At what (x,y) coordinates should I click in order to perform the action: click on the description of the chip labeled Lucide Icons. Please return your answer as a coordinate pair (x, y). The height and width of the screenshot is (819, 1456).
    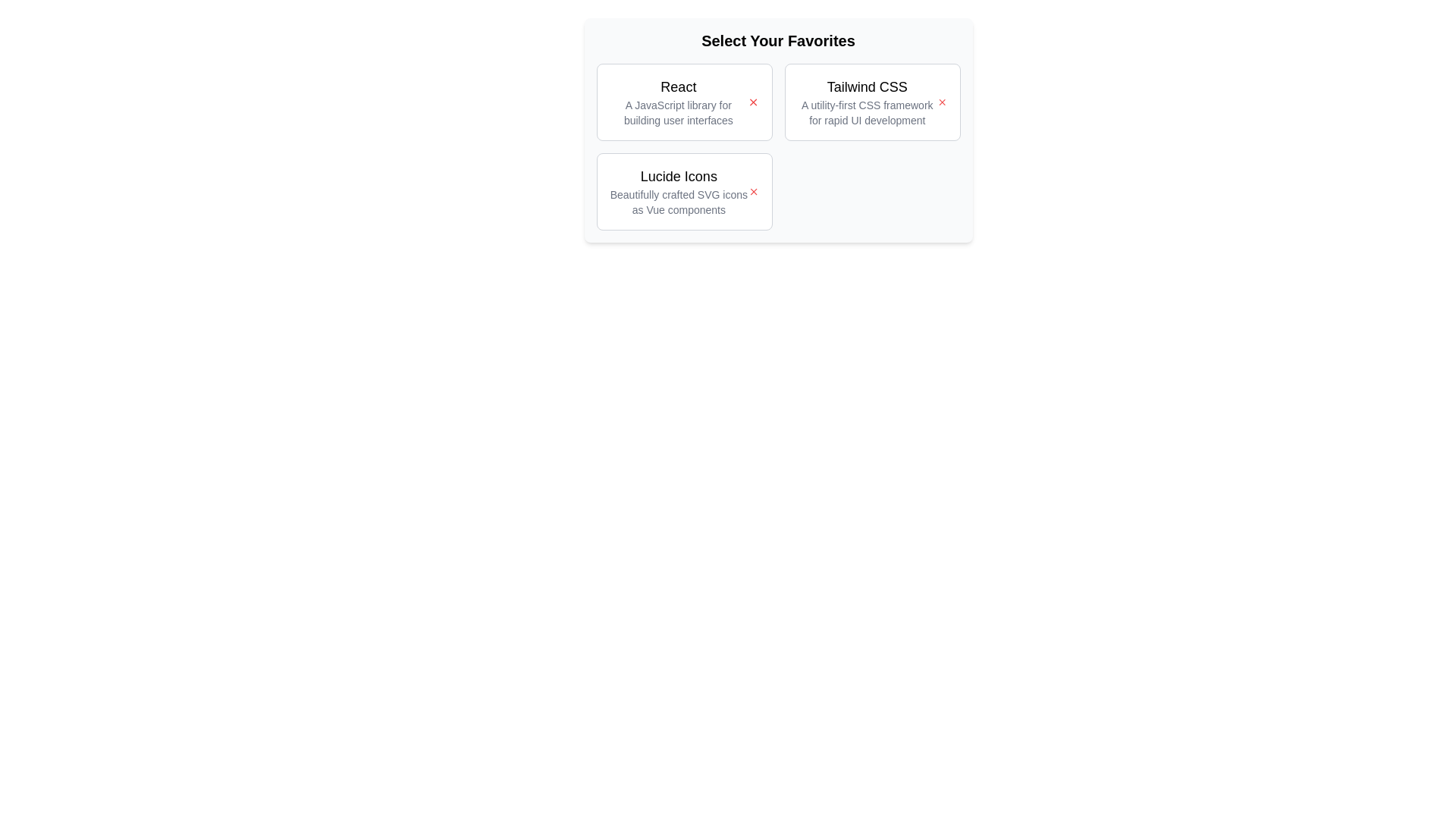
    Looking at the image, I should click on (678, 191).